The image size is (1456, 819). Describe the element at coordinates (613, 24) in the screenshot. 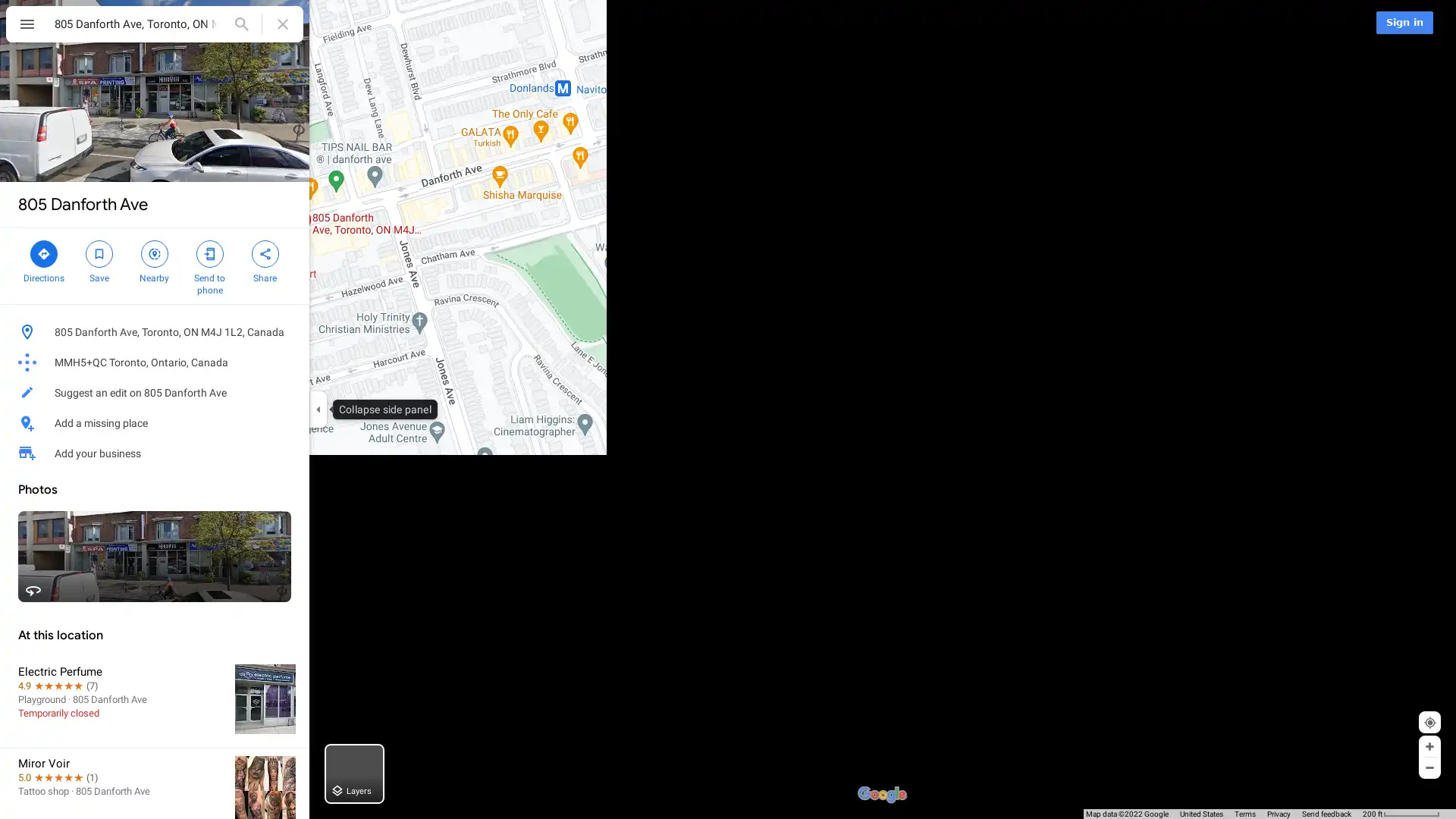

I see `Transit` at that location.